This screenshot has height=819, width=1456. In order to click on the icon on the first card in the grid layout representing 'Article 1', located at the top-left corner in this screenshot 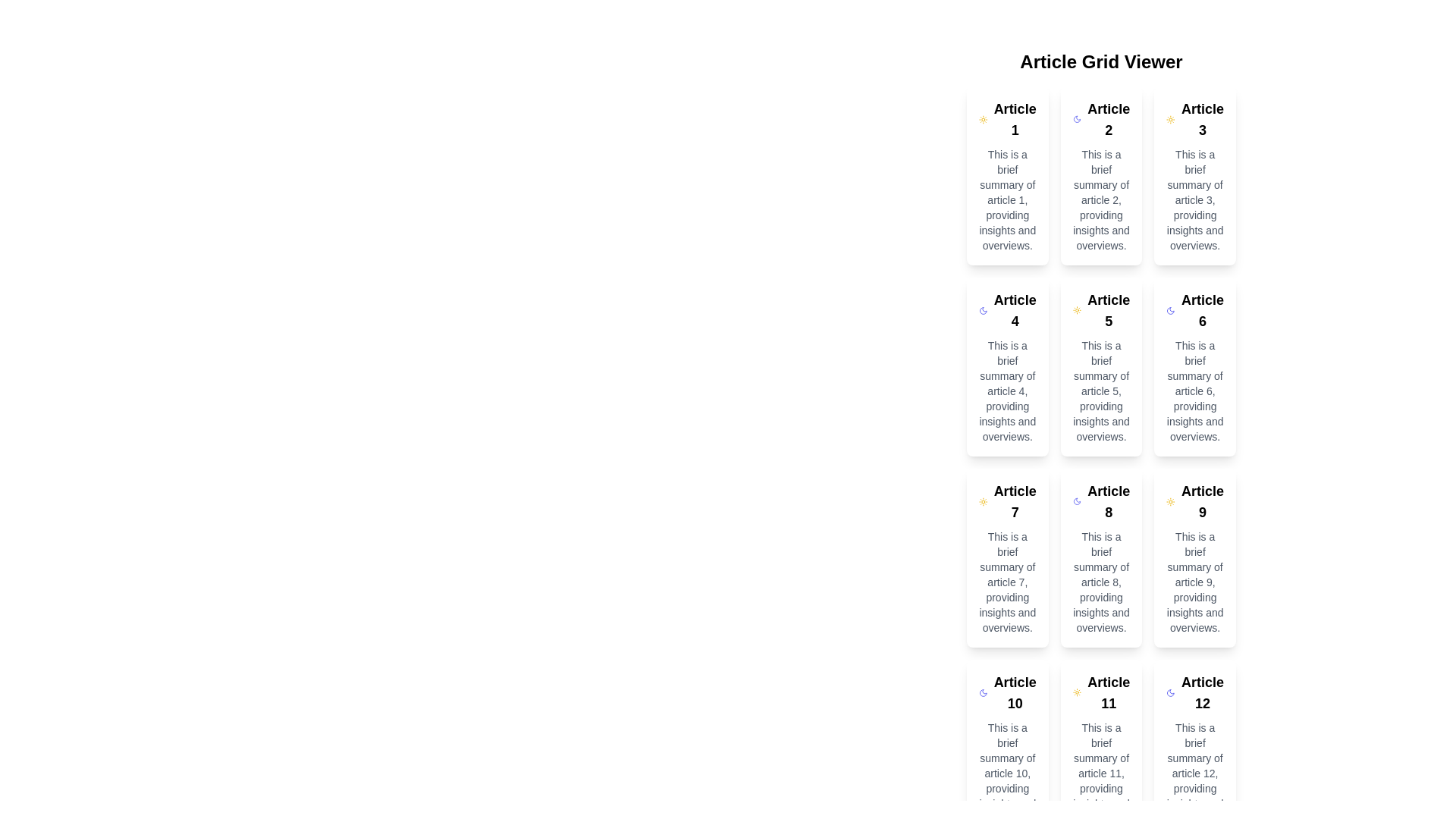, I will do `click(1007, 174)`.